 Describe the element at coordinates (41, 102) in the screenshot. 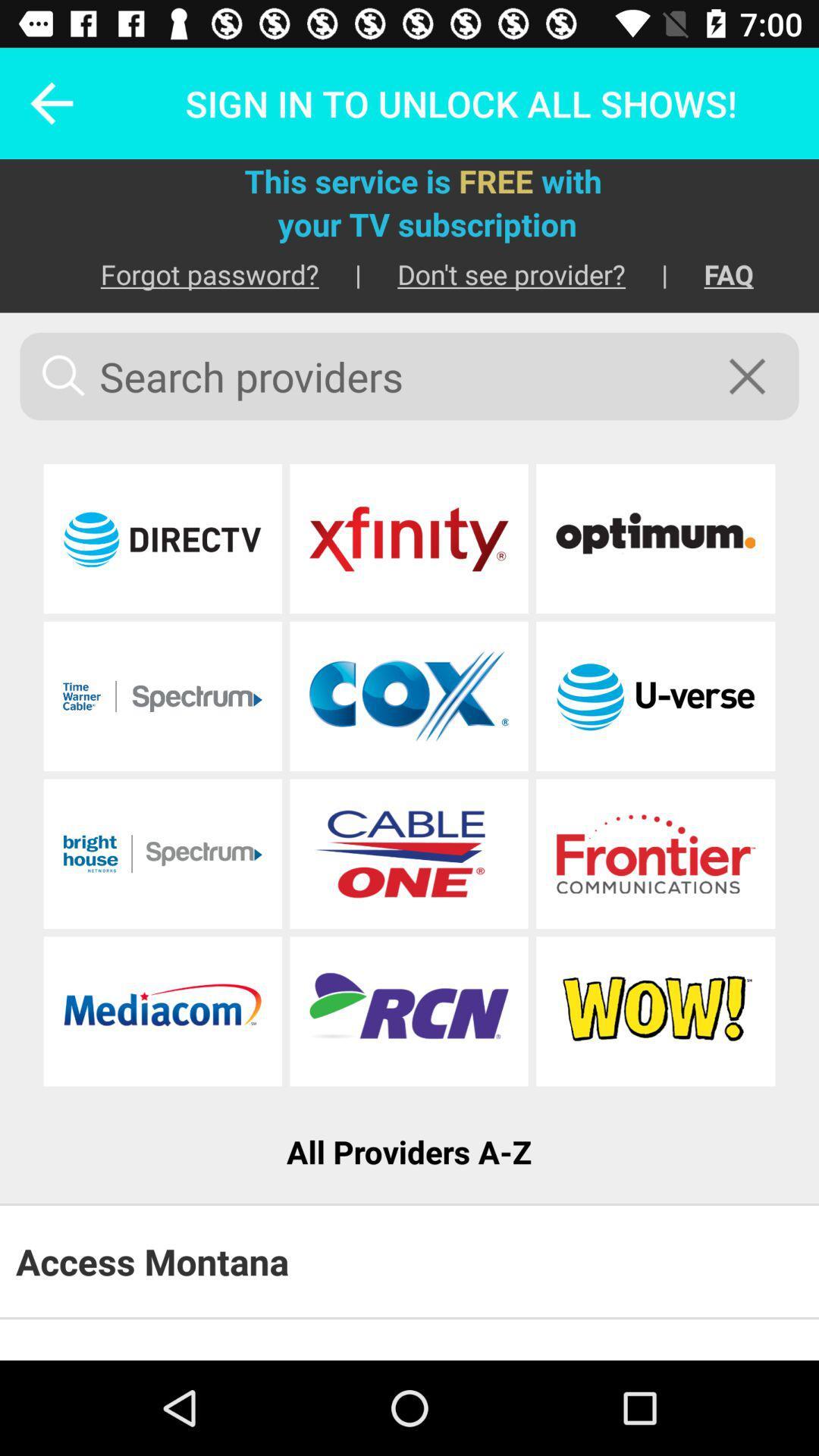

I see `the icon next to sign in to icon` at that location.